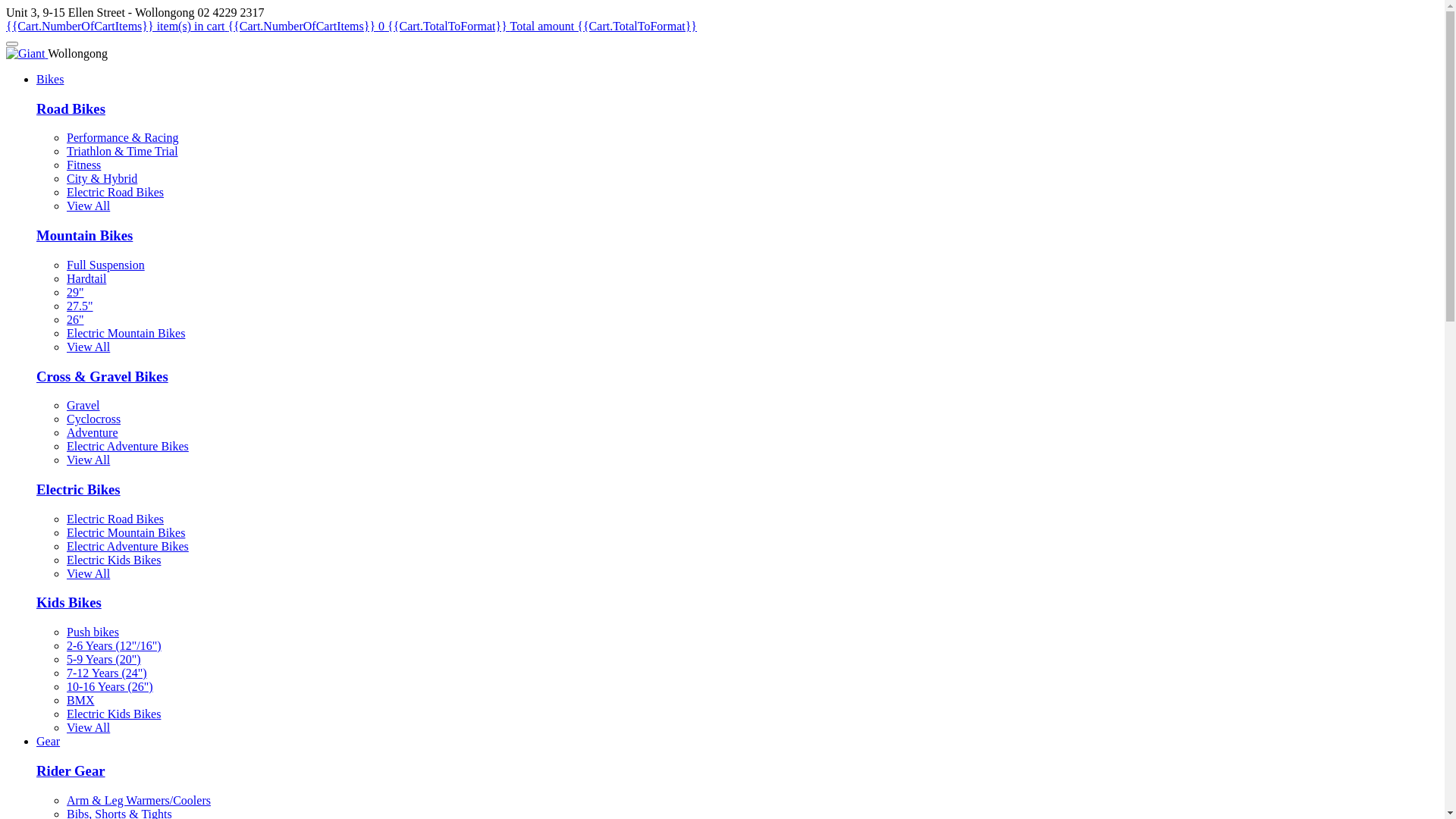  I want to click on 'Triathlon & Time Trial', so click(65, 151).